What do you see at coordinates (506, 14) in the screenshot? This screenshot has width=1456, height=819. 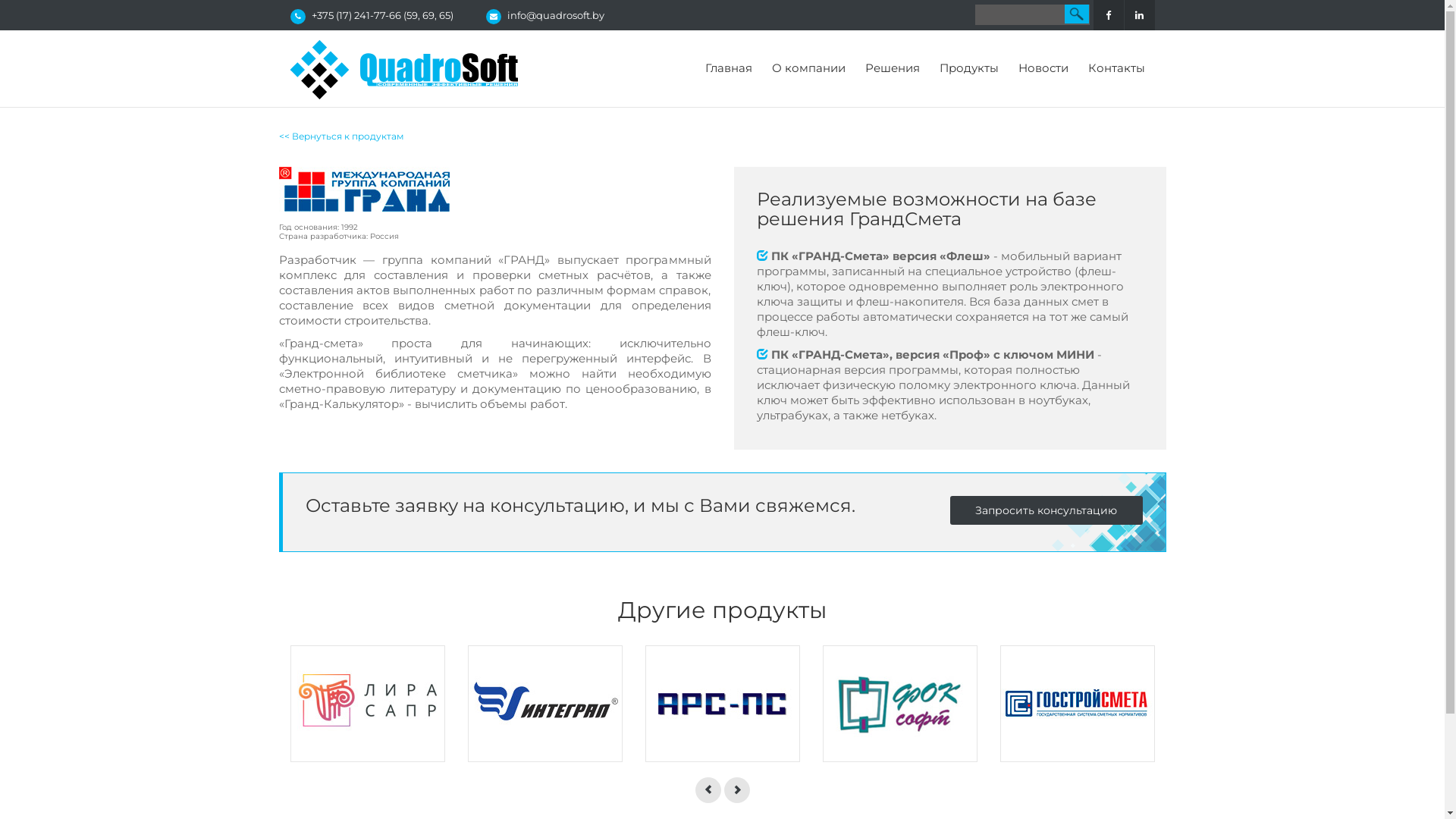 I see `'info@quadrosoft.by'` at bounding box center [506, 14].